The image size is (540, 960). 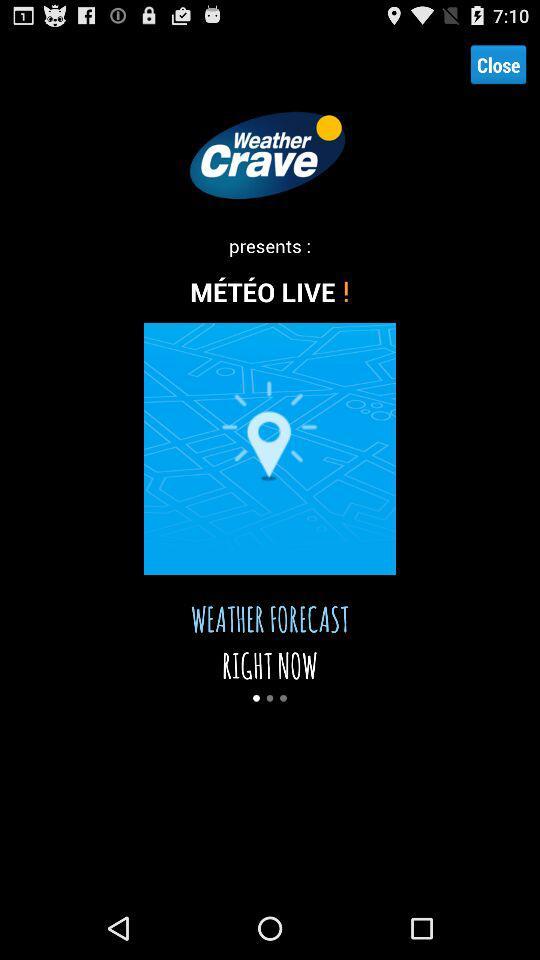 What do you see at coordinates (497, 64) in the screenshot?
I see `icon at the top right corner` at bounding box center [497, 64].